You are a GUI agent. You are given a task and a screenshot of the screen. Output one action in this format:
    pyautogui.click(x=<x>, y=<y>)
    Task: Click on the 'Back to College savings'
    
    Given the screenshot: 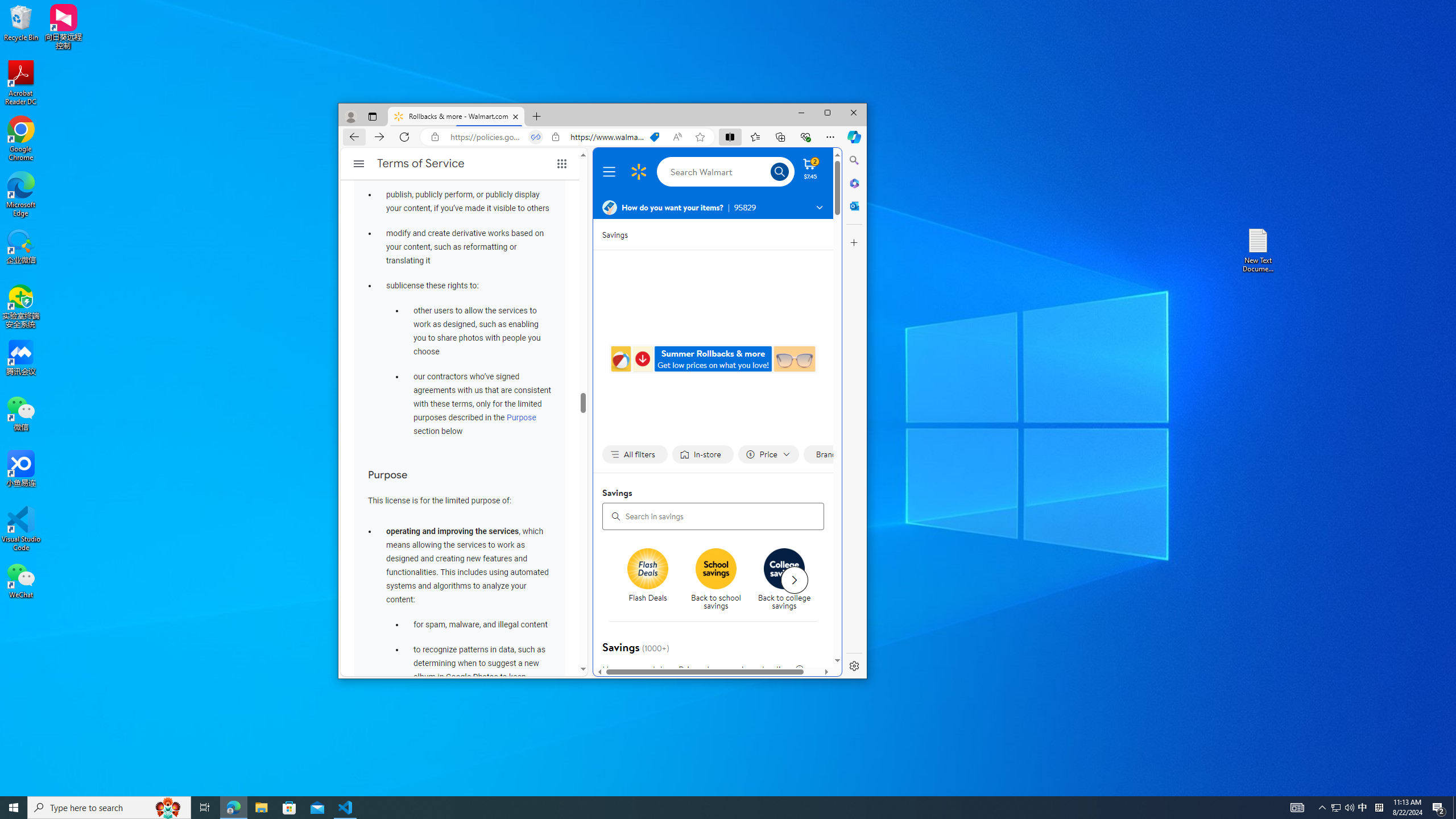 What is the action you would take?
    pyautogui.click(x=784, y=568)
    